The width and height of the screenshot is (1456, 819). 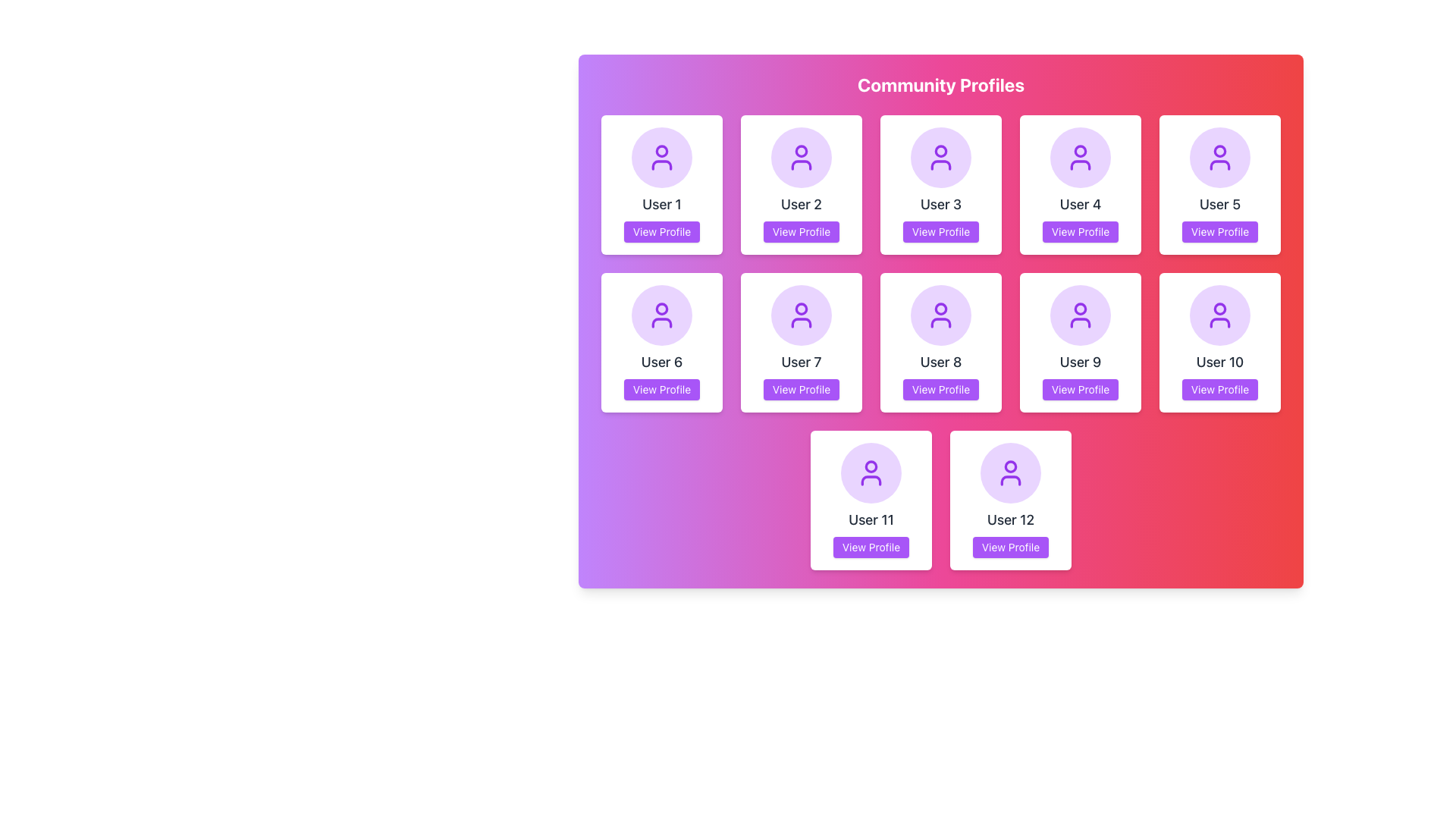 I want to click on the 'View Profile' button located at the bottom of the 'User 7' profile card in the second column and third row of the profile grid, so click(x=800, y=388).